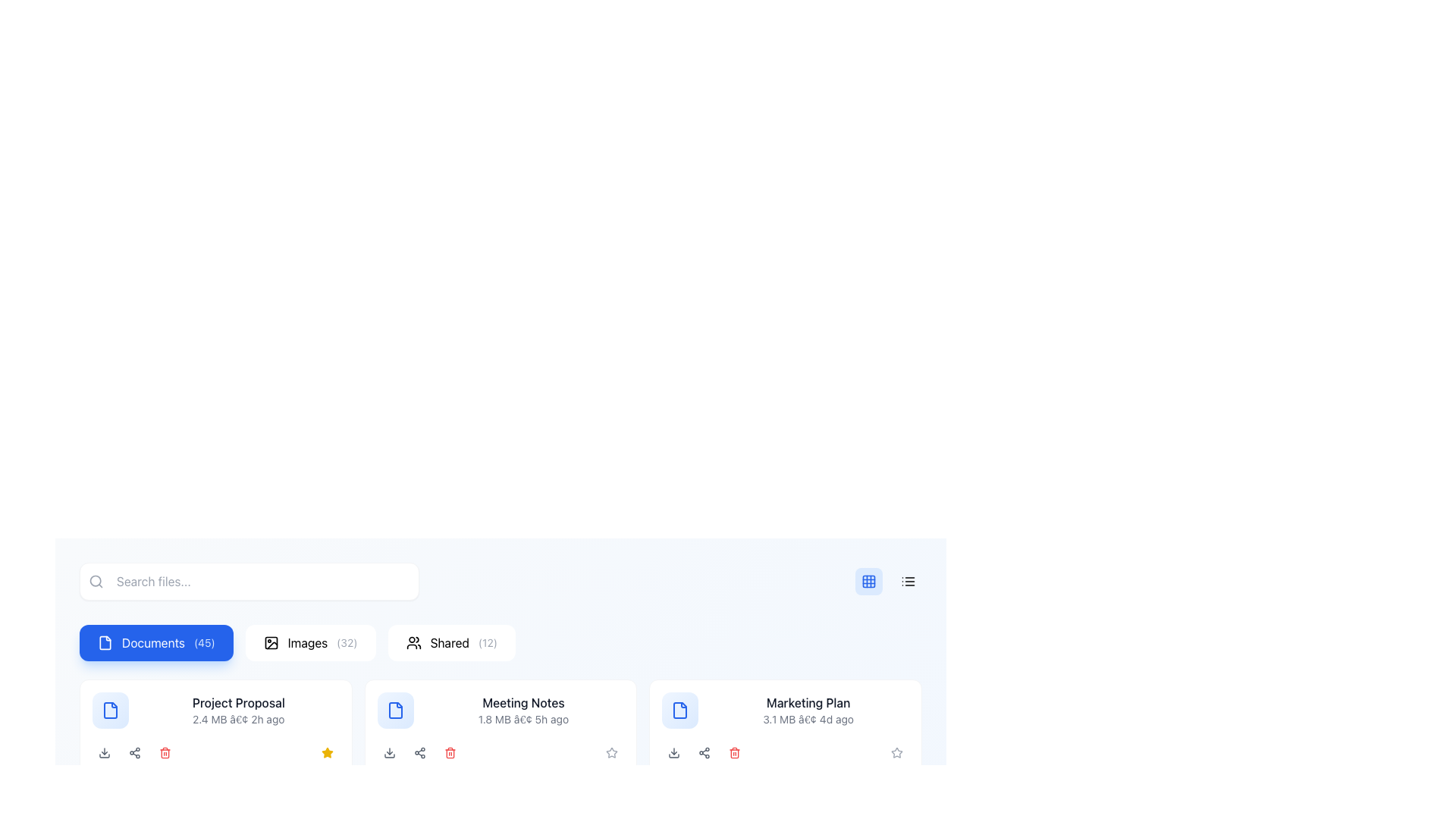 The image size is (1456, 819). I want to click on the blue-outlined file icon representing a document, located at the rightmost position of the 'Marketing Plan' row, so click(679, 711).